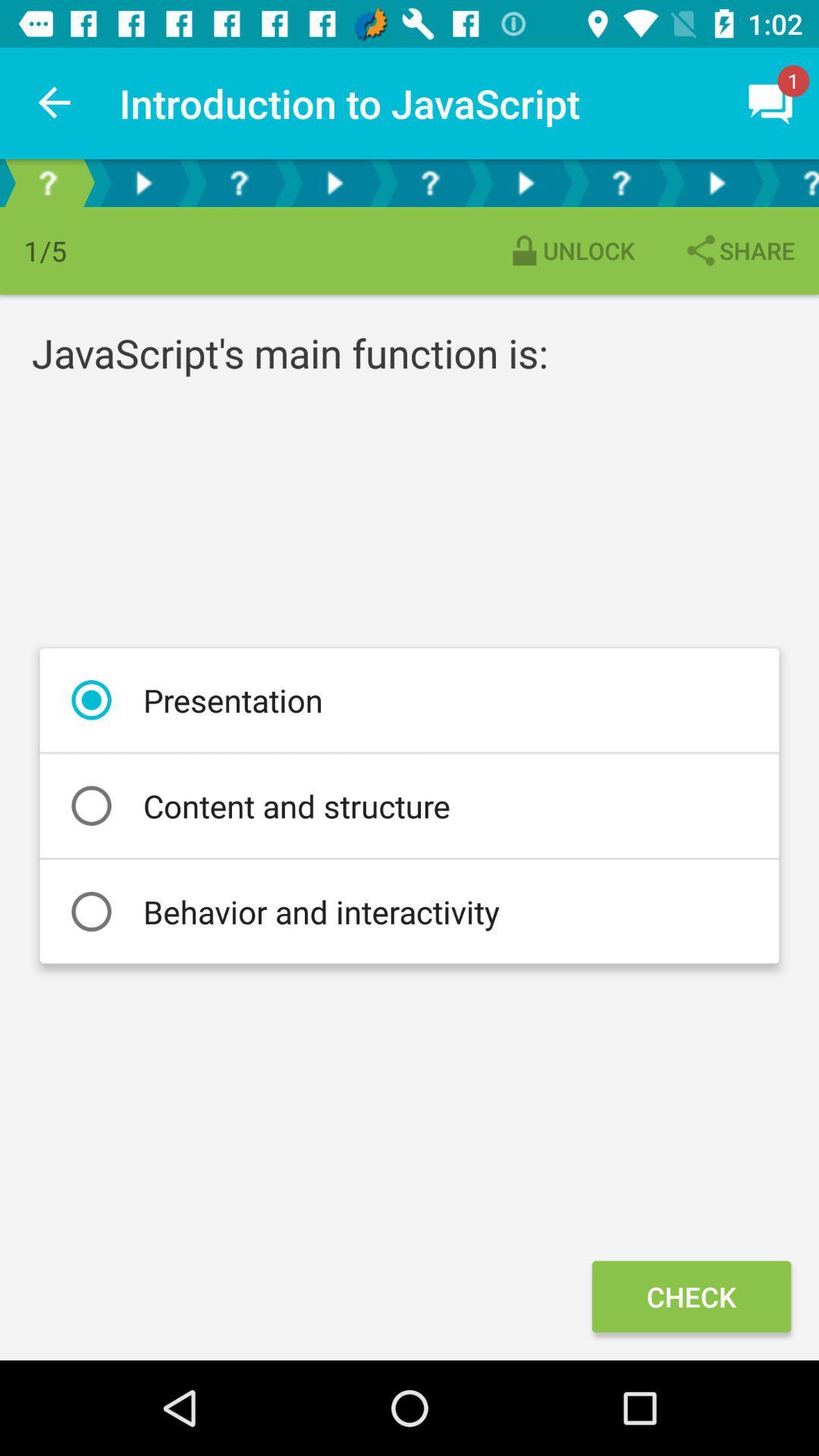 The height and width of the screenshot is (1456, 819). What do you see at coordinates (46, 182) in the screenshot?
I see `question` at bounding box center [46, 182].